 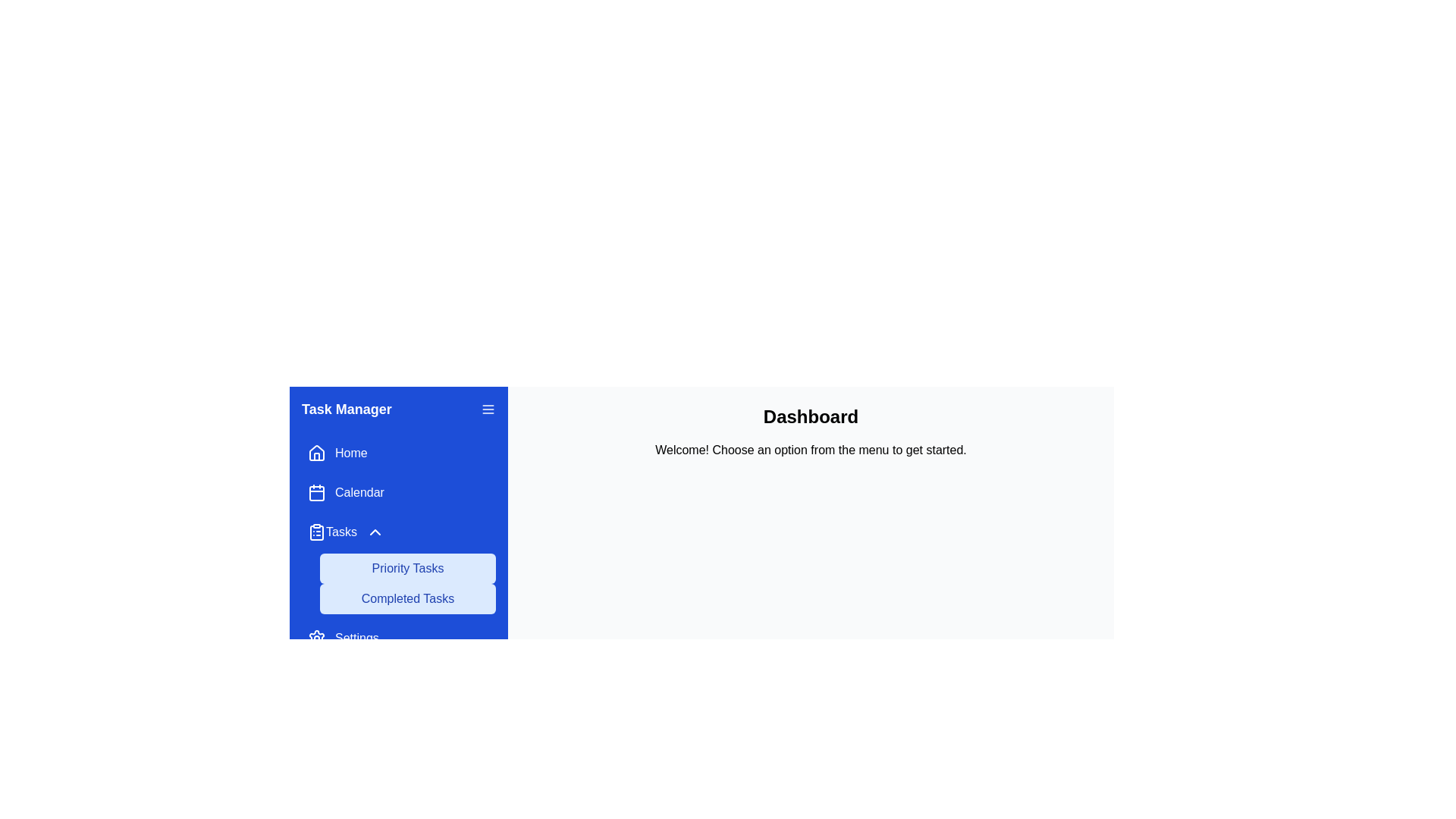 I want to click on the navigation button at the bottom of the vertical list, so click(x=399, y=638).